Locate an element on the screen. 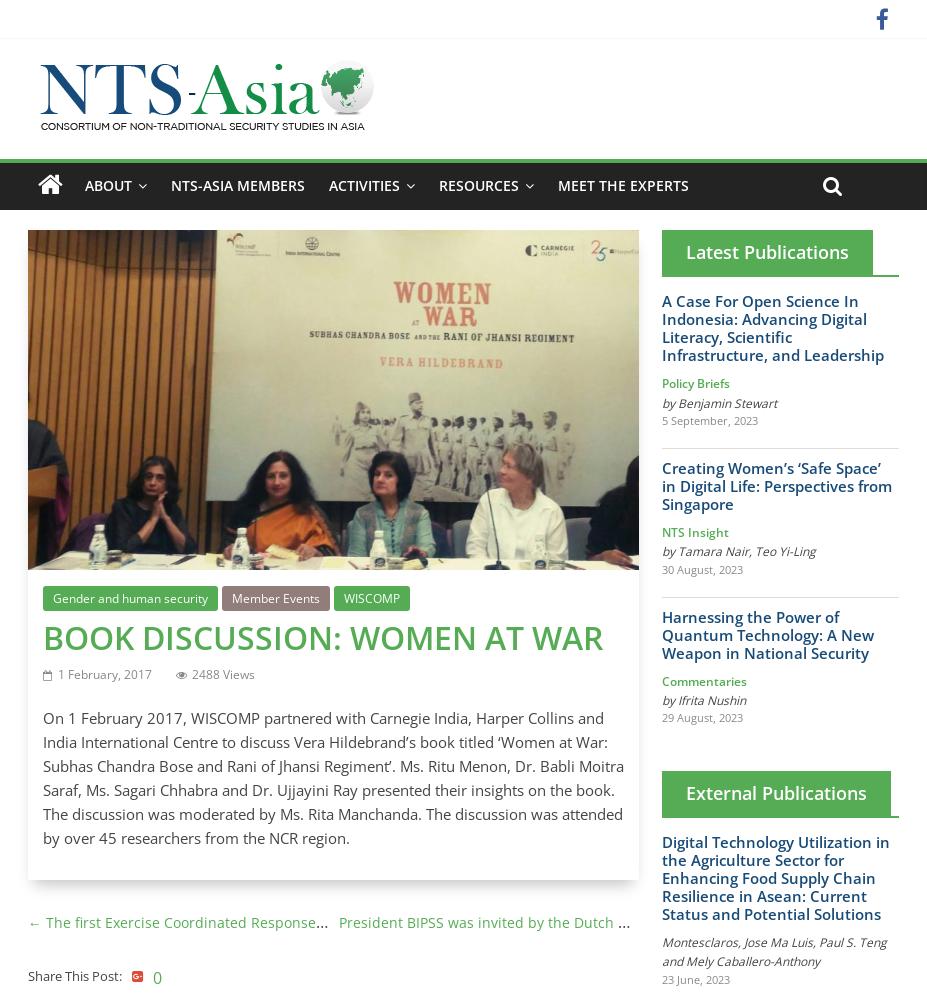 The height and width of the screenshot is (1000, 927). '5 September, 2023' is located at coordinates (708, 419).